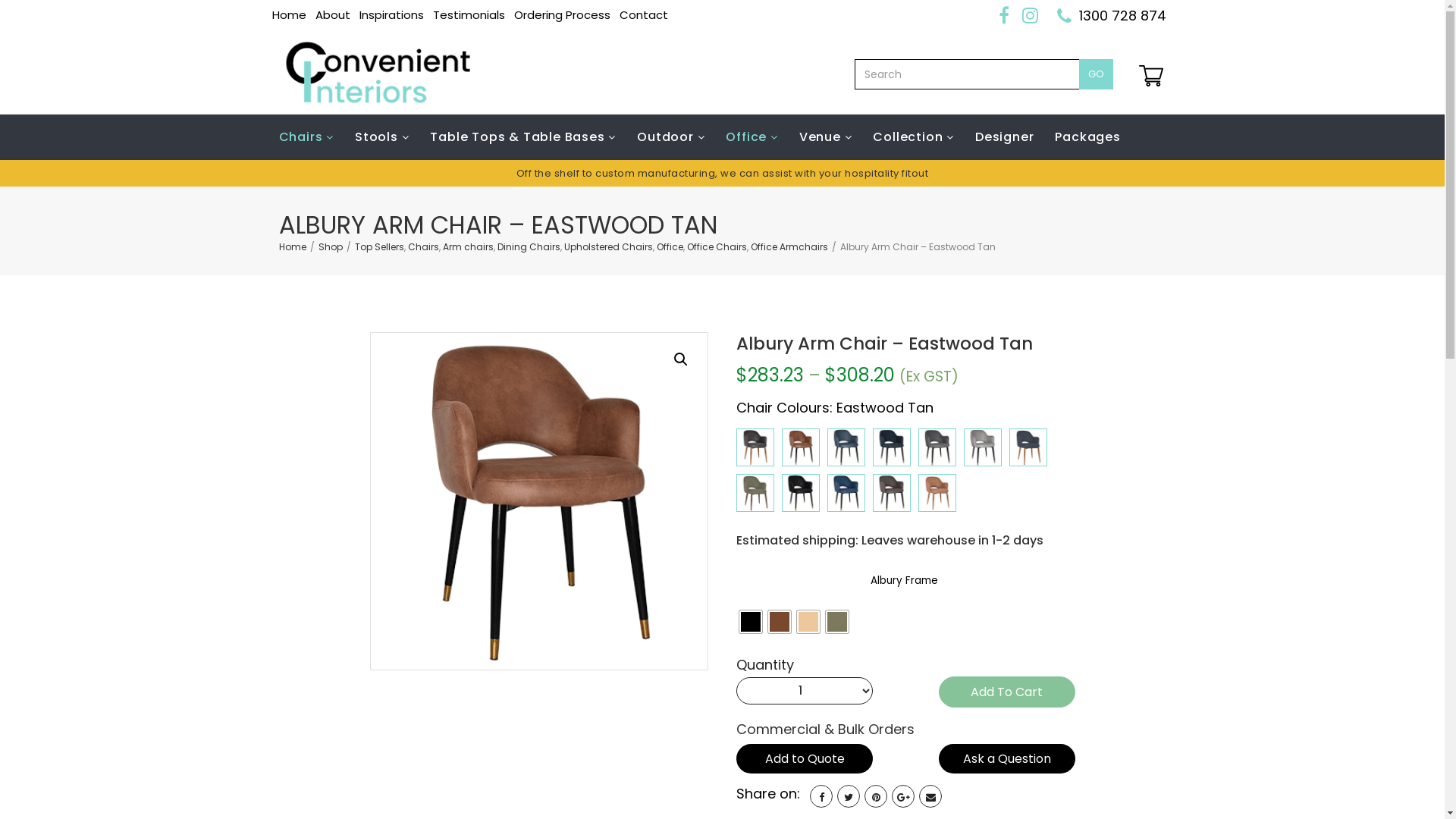 The image size is (1456, 819). I want to click on 'Submit', so click(673, 617).